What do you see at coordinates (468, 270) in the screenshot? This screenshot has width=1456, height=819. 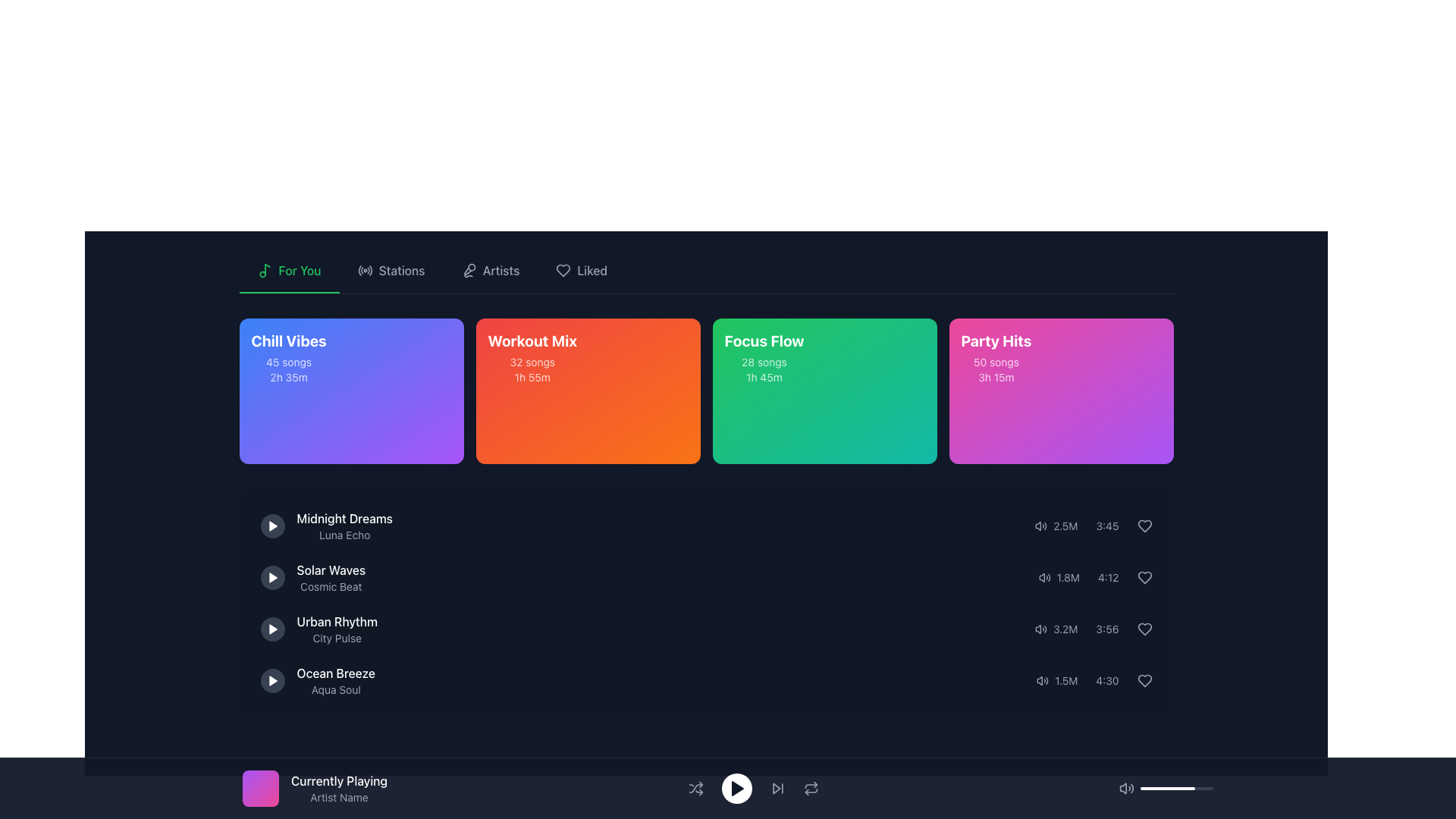 I see `the microphone icon located in the 'Artists' tab of the menu bar, positioned to the left of the text label 'Artists'` at bounding box center [468, 270].